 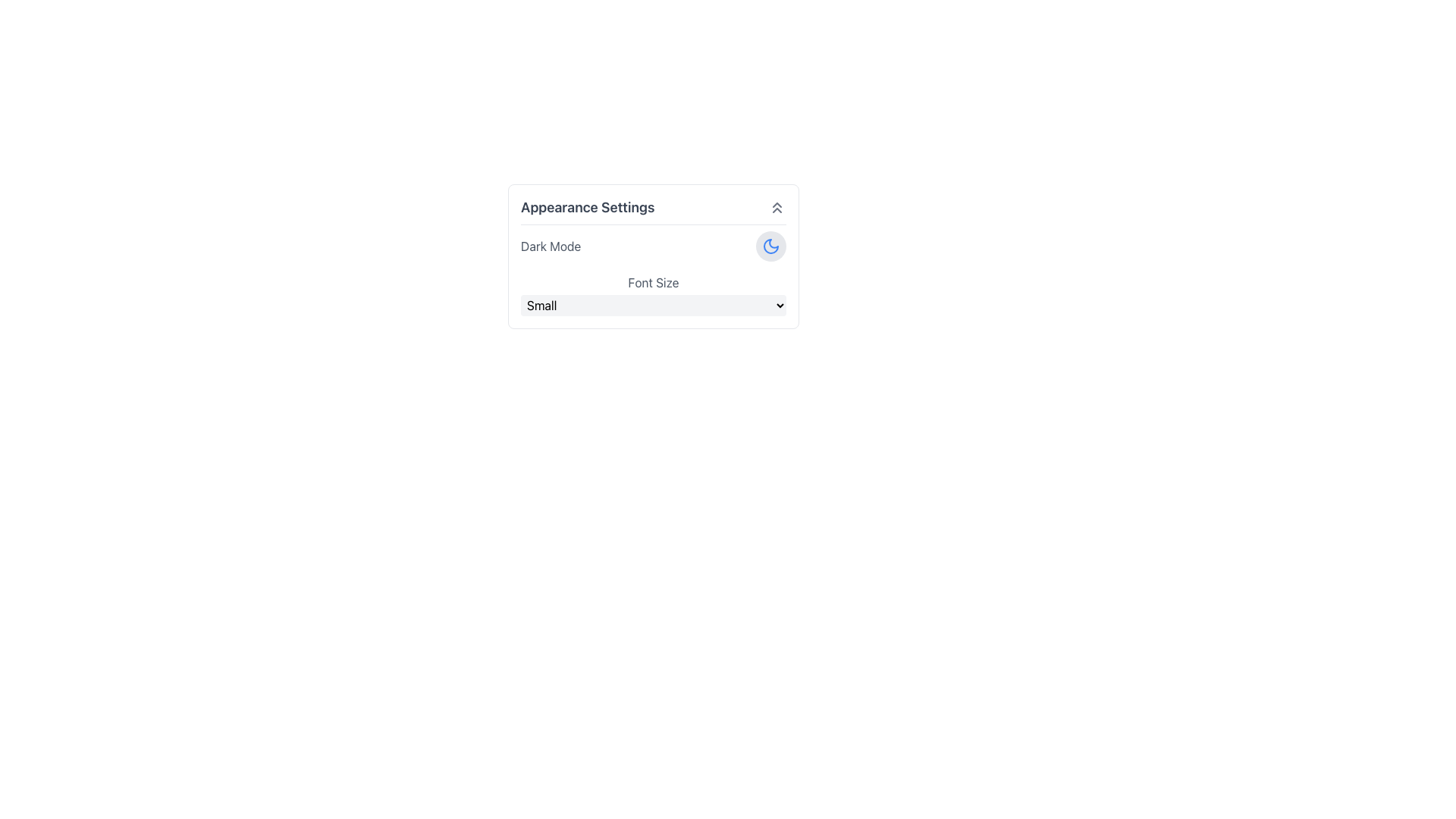 What do you see at coordinates (654, 295) in the screenshot?
I see `the font size selection dropdown menu located in the 'Appearance Settings' section below the 'Dark Mode' toggle switch` at bounding box center [654, 295].